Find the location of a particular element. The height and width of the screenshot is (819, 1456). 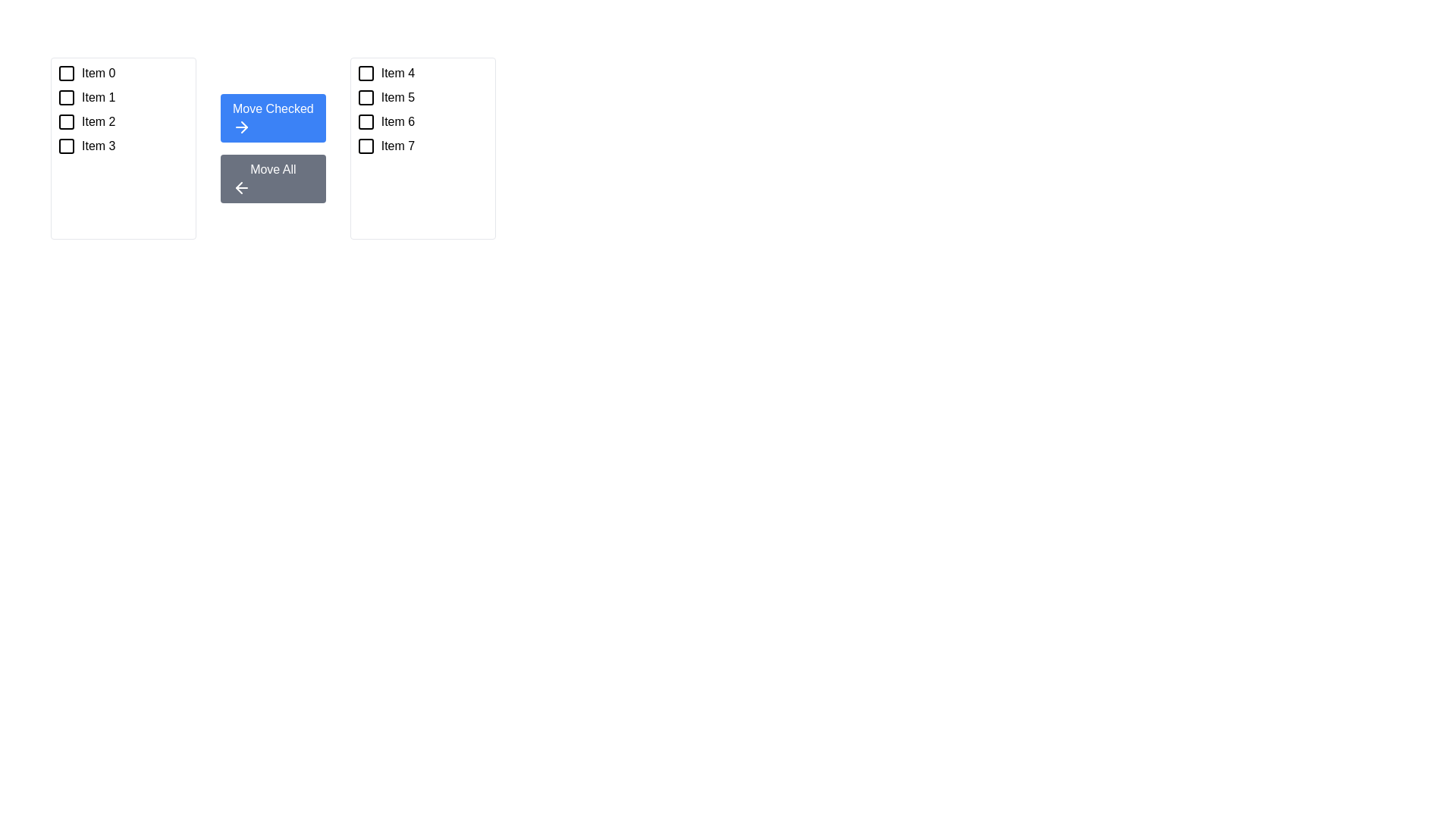

the Checkbox Indicator next to 'Item 3' is located at coordinates (65, 146).